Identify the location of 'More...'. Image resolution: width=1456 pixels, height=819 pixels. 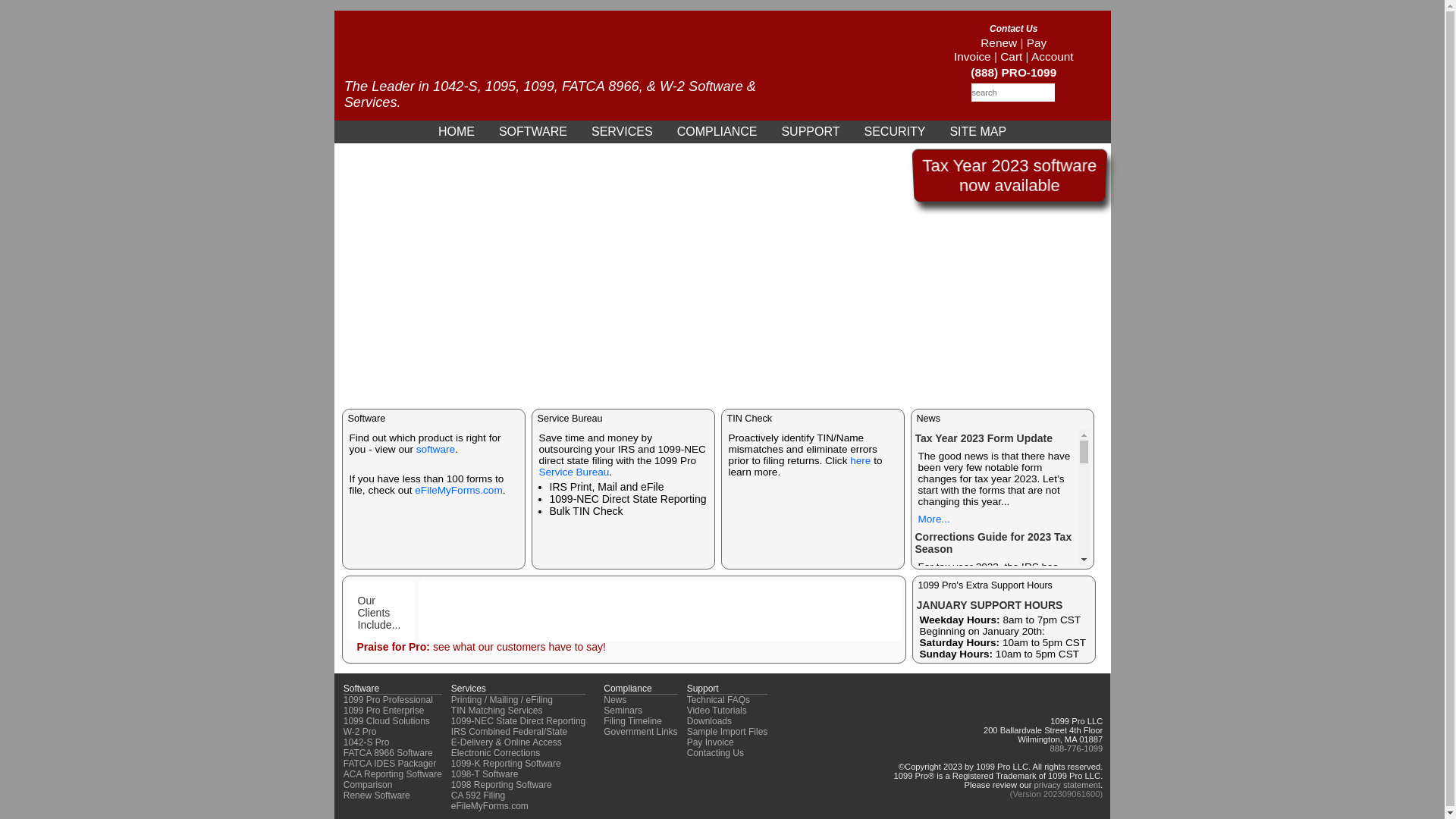
(932, 518).